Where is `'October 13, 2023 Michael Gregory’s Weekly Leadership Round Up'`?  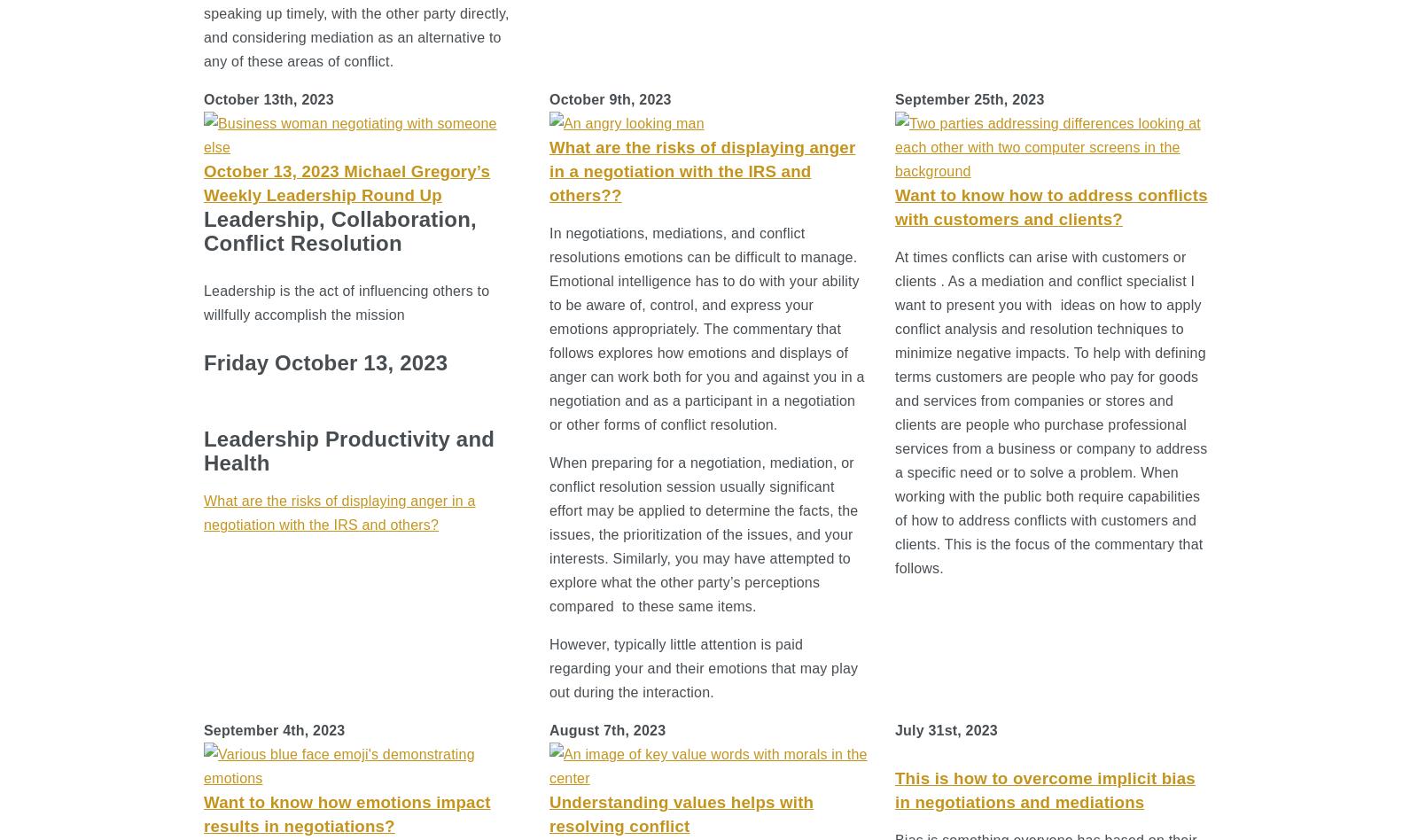
'October 13, 2023 Michael Gregory’s Weekly Leadership Round Up' is located at coordinates (347, 183).